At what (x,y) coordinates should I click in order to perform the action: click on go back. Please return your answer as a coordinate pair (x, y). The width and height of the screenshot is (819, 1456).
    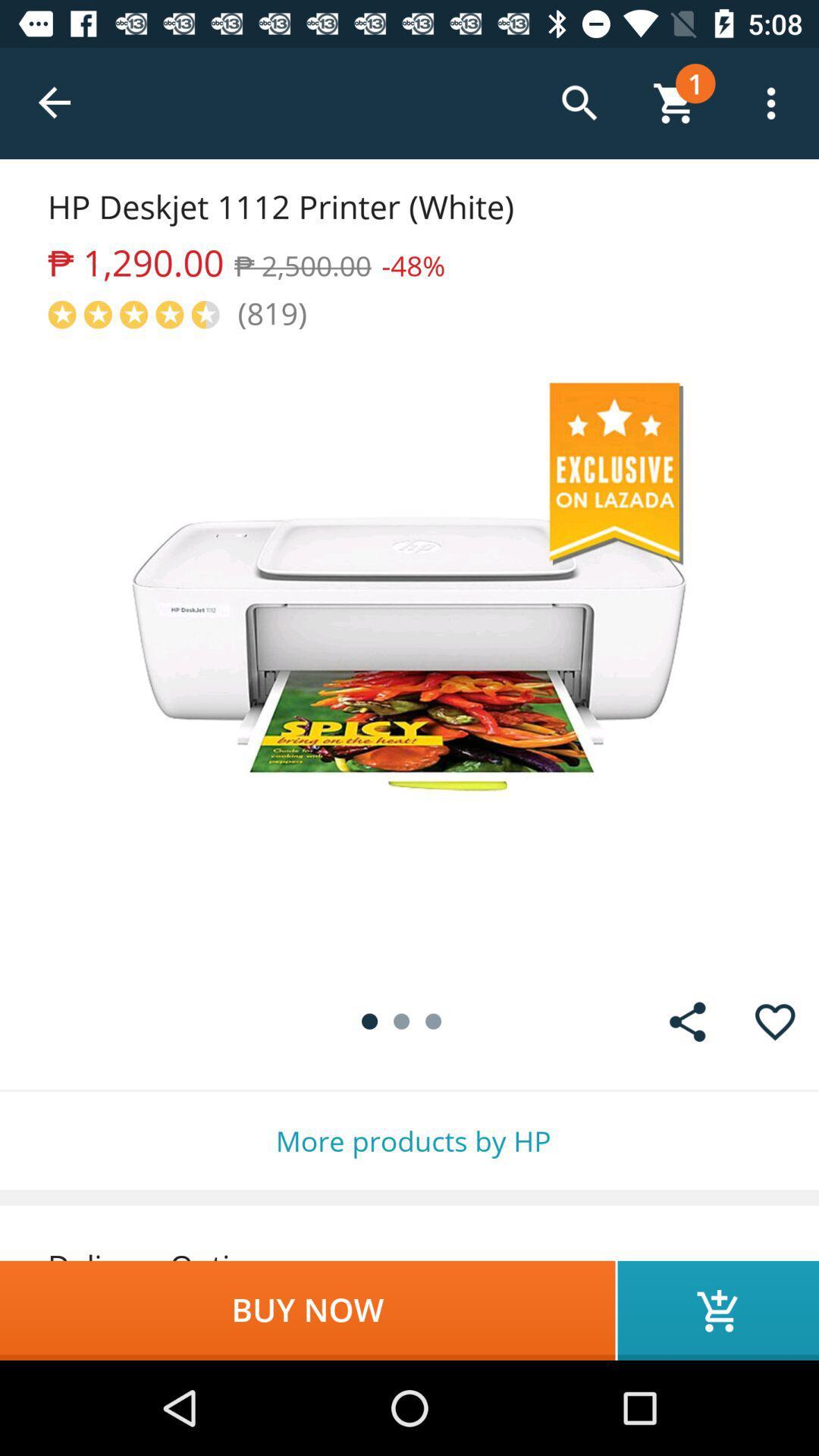
    Looking at the image, I should click on (55, 102).